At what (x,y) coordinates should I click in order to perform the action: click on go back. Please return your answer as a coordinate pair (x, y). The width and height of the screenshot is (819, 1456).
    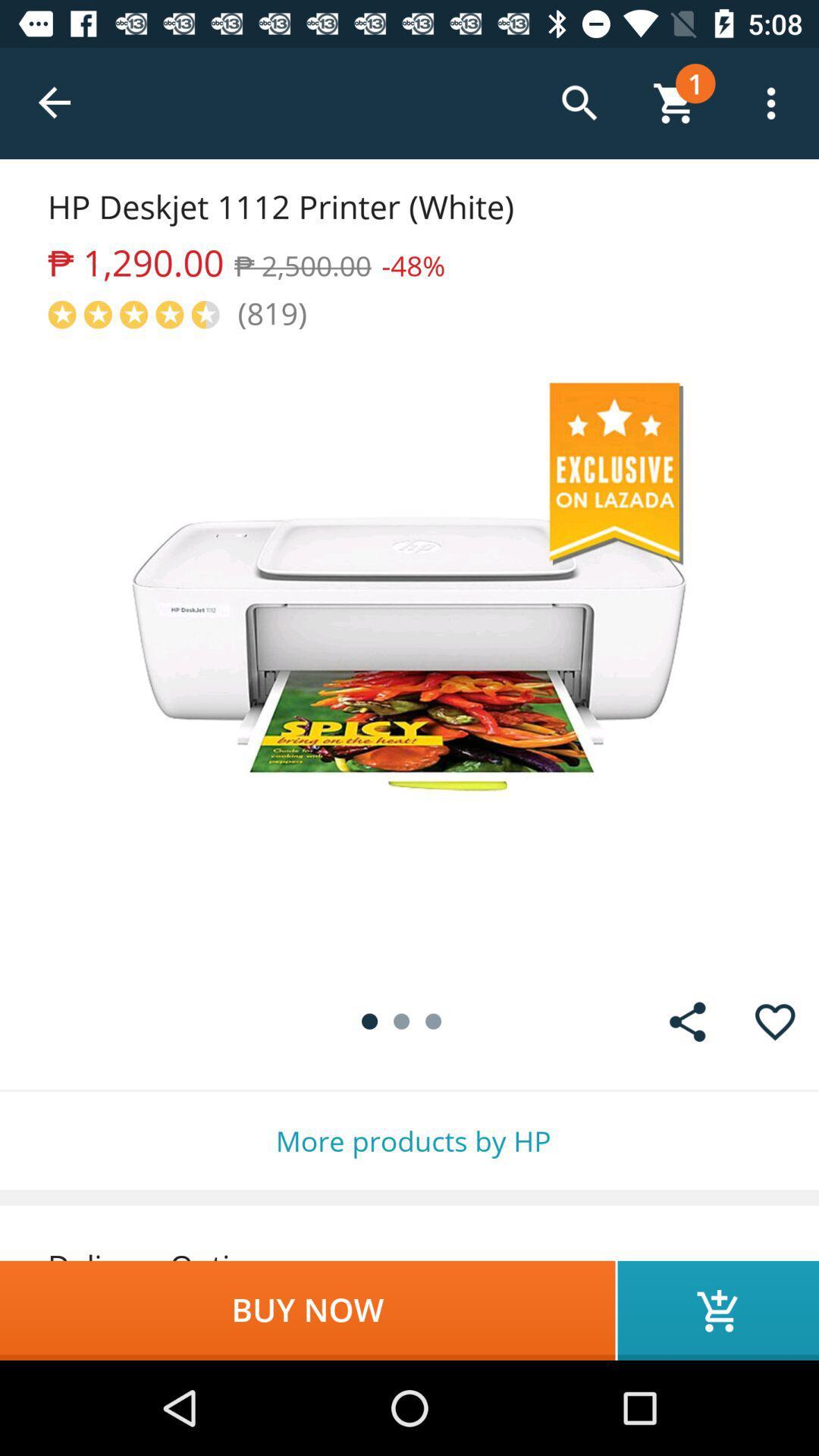
    Looking at the image, I should click on (55, 102).